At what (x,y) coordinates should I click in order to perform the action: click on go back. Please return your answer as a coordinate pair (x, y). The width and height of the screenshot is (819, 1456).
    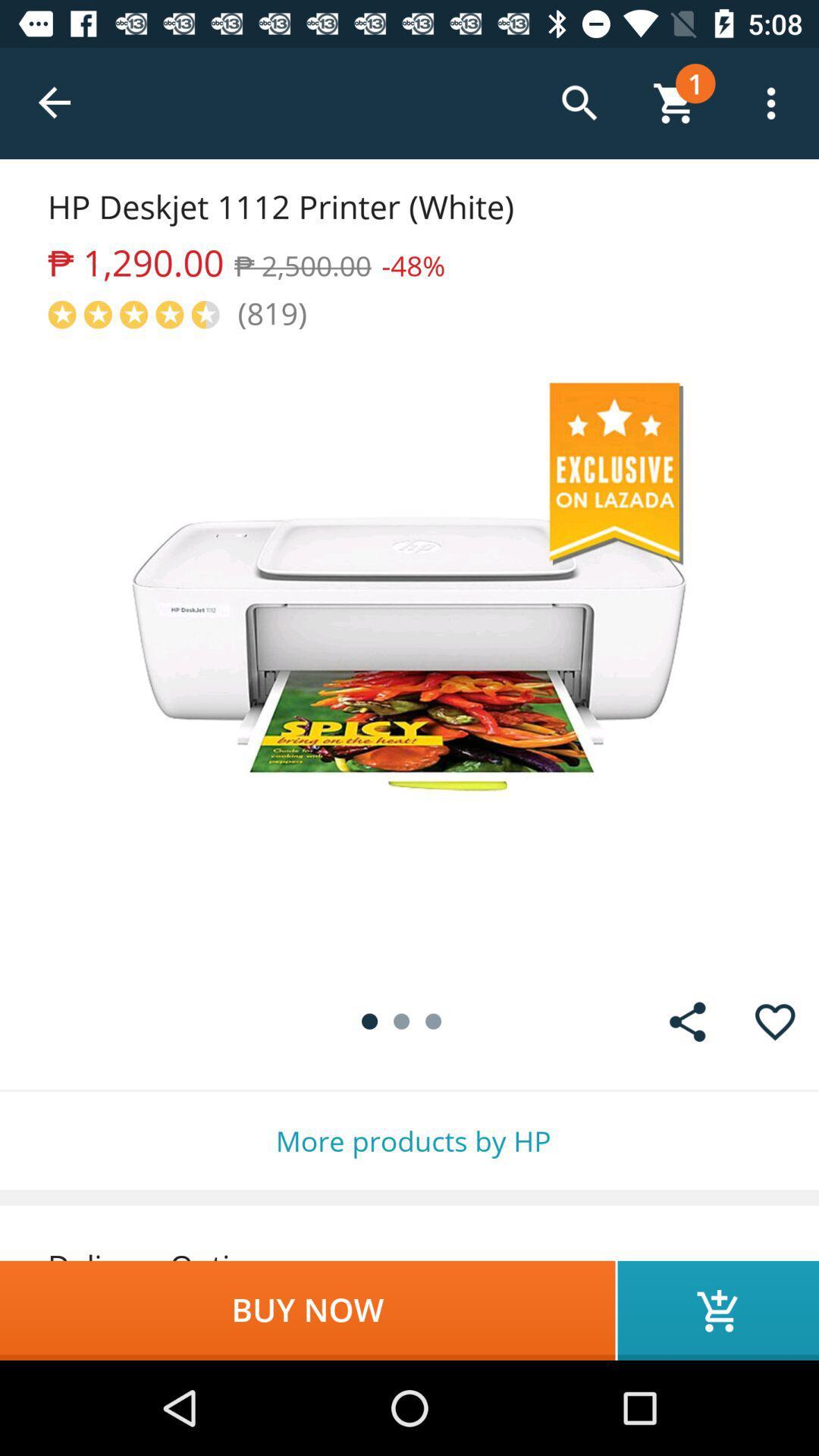
    Looking at the image, I should click on (55, 102).